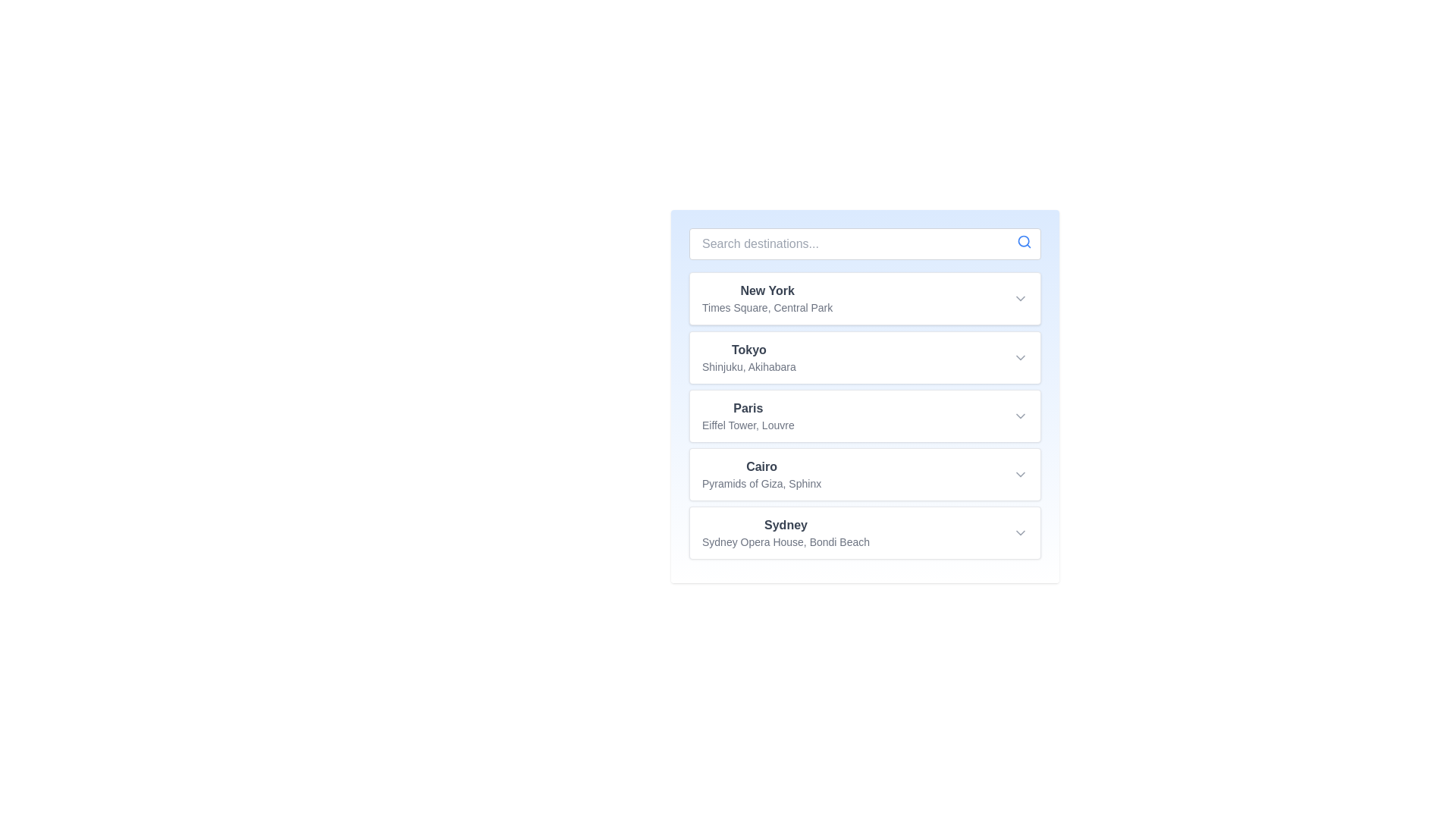 This screenshot has width=1456, height=819. Describe the element at coordinates (748, 357) in the screenshot. I see `the 'Tokyo' text label, which displays 'Tokyo' in bold above 'Shinjuku, Akihabara'` at that location.